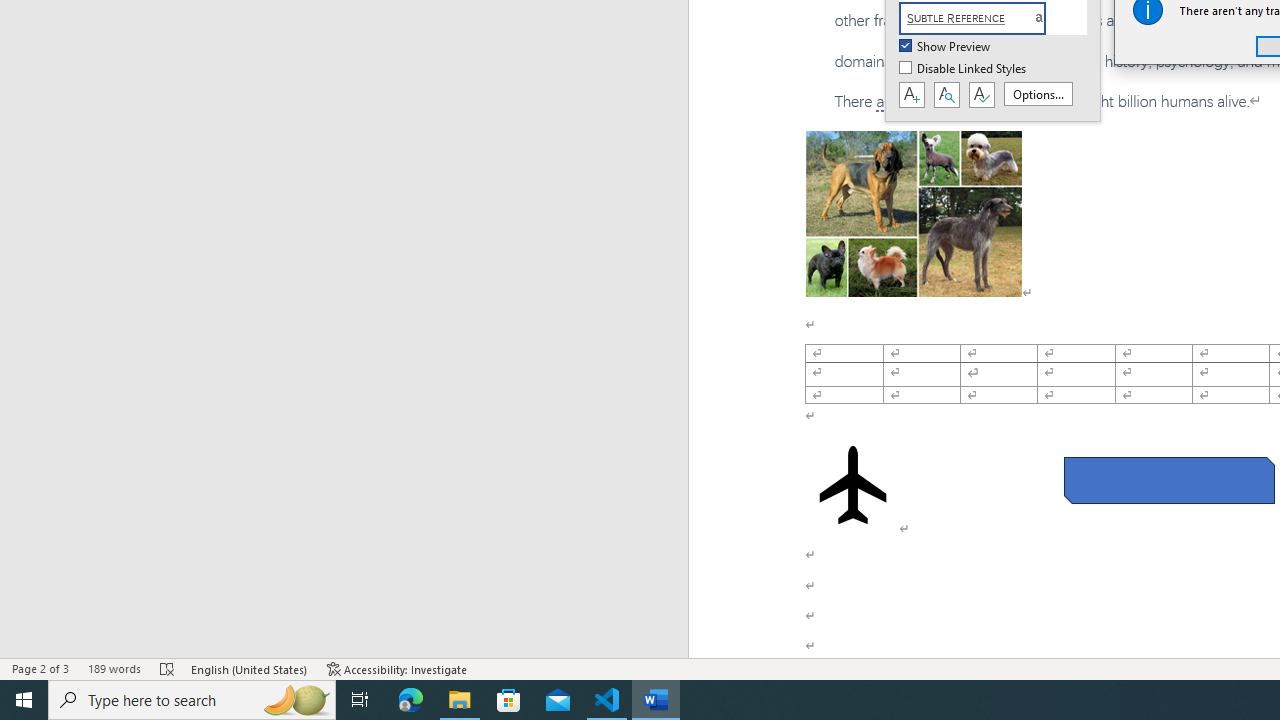  Describe the element at coordinates (410, 698) in the screenshot. I see `'Microsoft Edge'` at that location.